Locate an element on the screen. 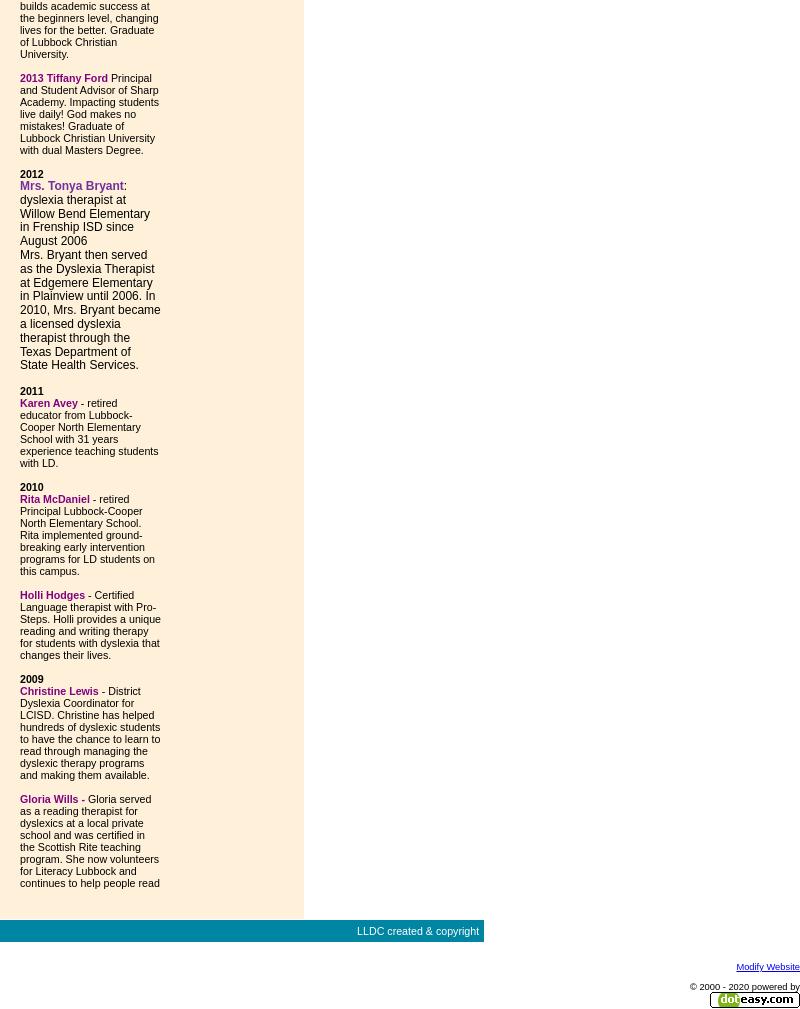 The height and width of the screenshot is (1009, 800). 'Karen Avey' is located at coordinates (47, 401).